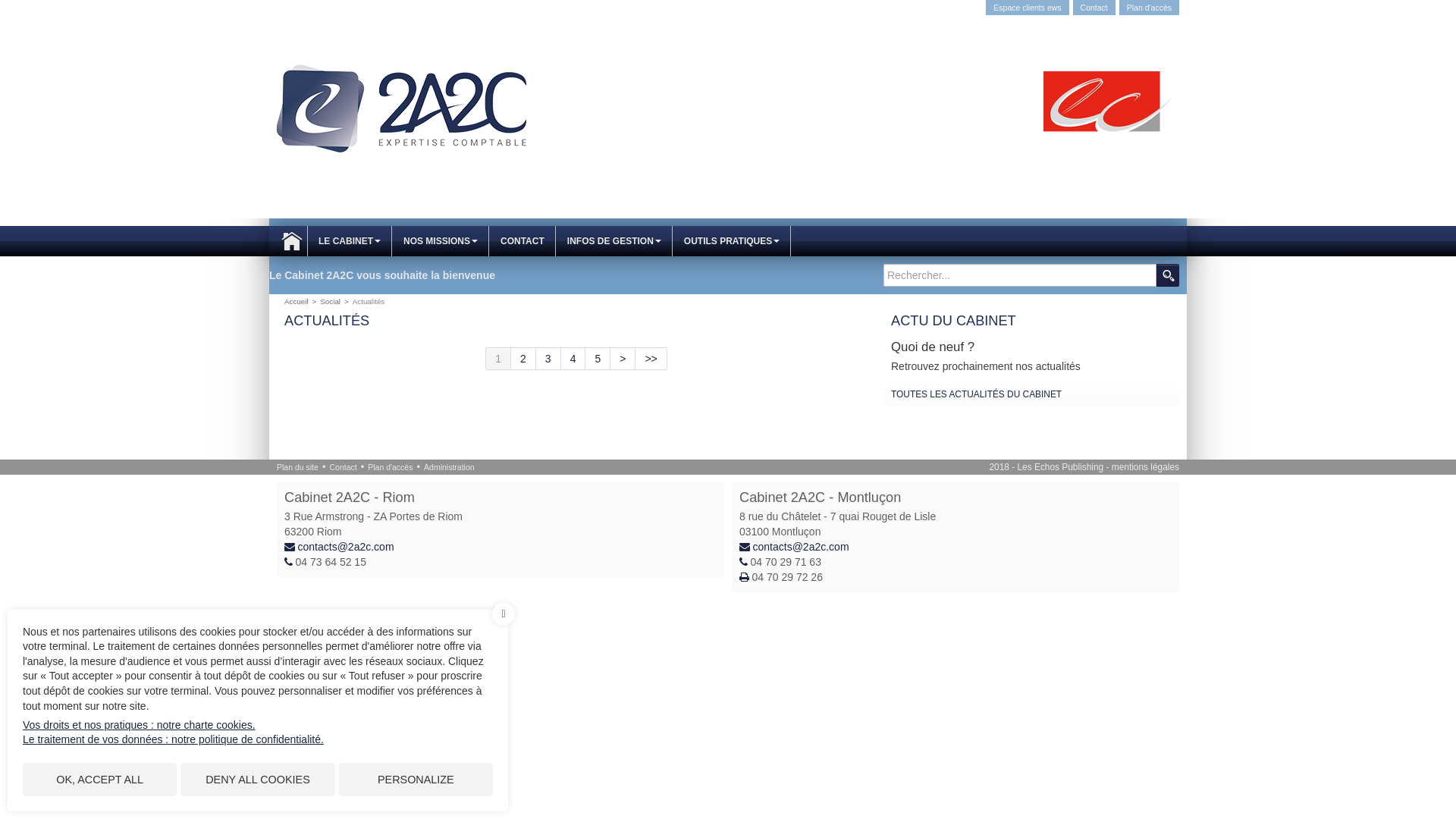 The height and width of the screenshot is (819, 1456). I want to click on '>>', so click(651, 359).